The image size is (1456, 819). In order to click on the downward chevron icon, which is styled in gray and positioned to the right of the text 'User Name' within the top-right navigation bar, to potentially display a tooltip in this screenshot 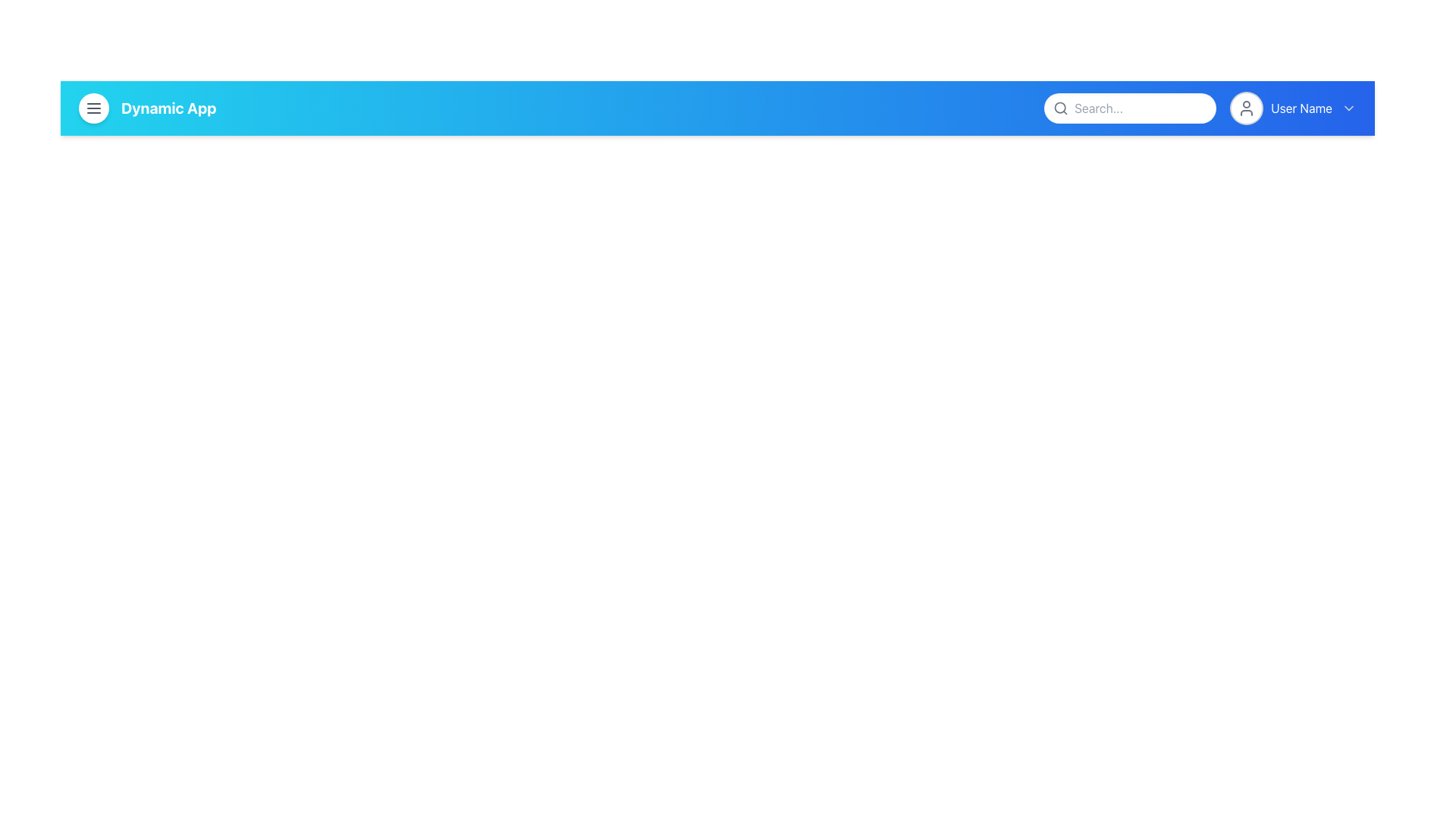, I will do `click(1349, 107)`.